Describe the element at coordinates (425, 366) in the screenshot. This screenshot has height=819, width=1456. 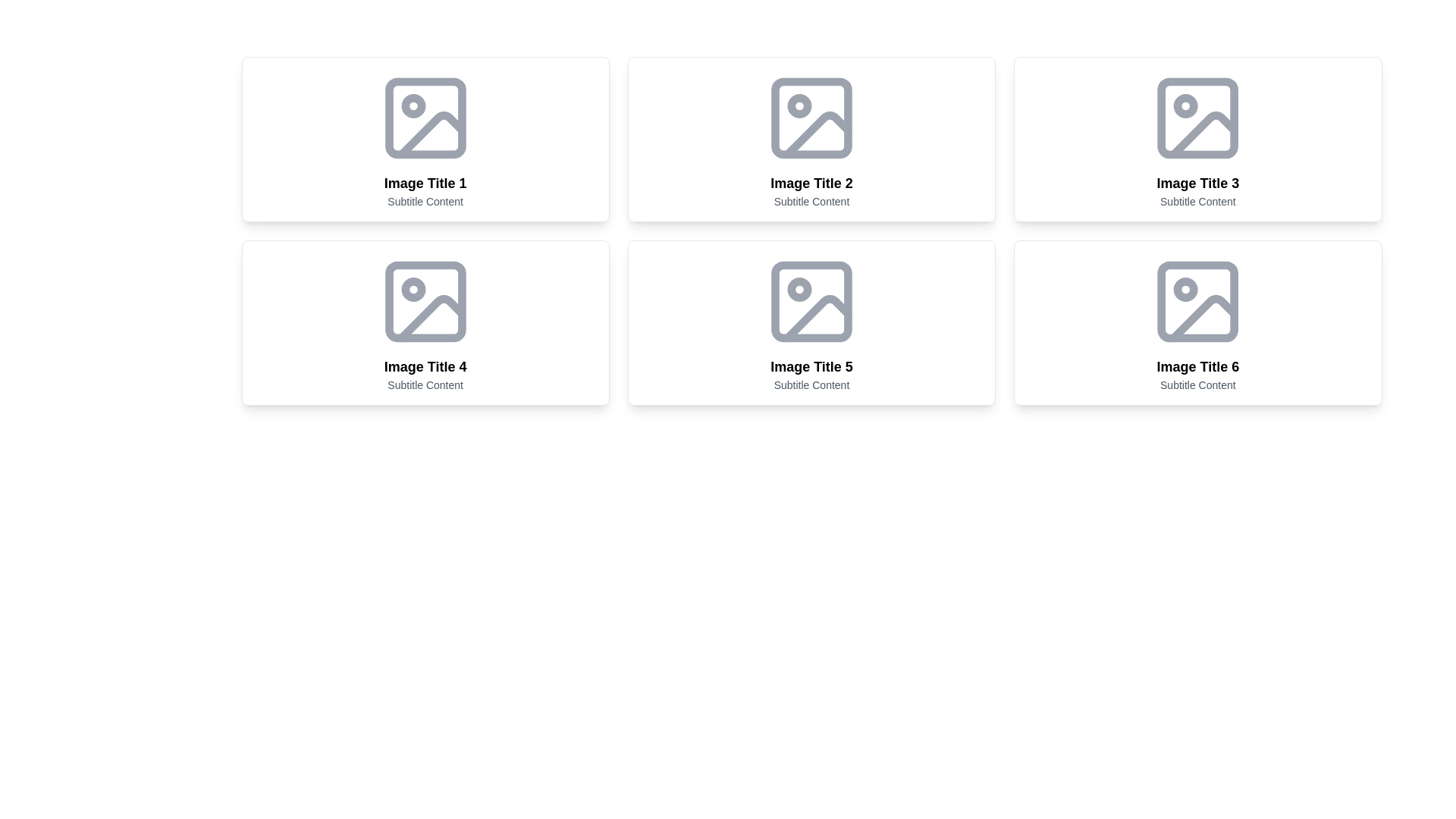
I see `text content of the bold header displaying 'Image Title 4', which is located in the second row and first column of a 2x3 grid layout of image cards` at that location.